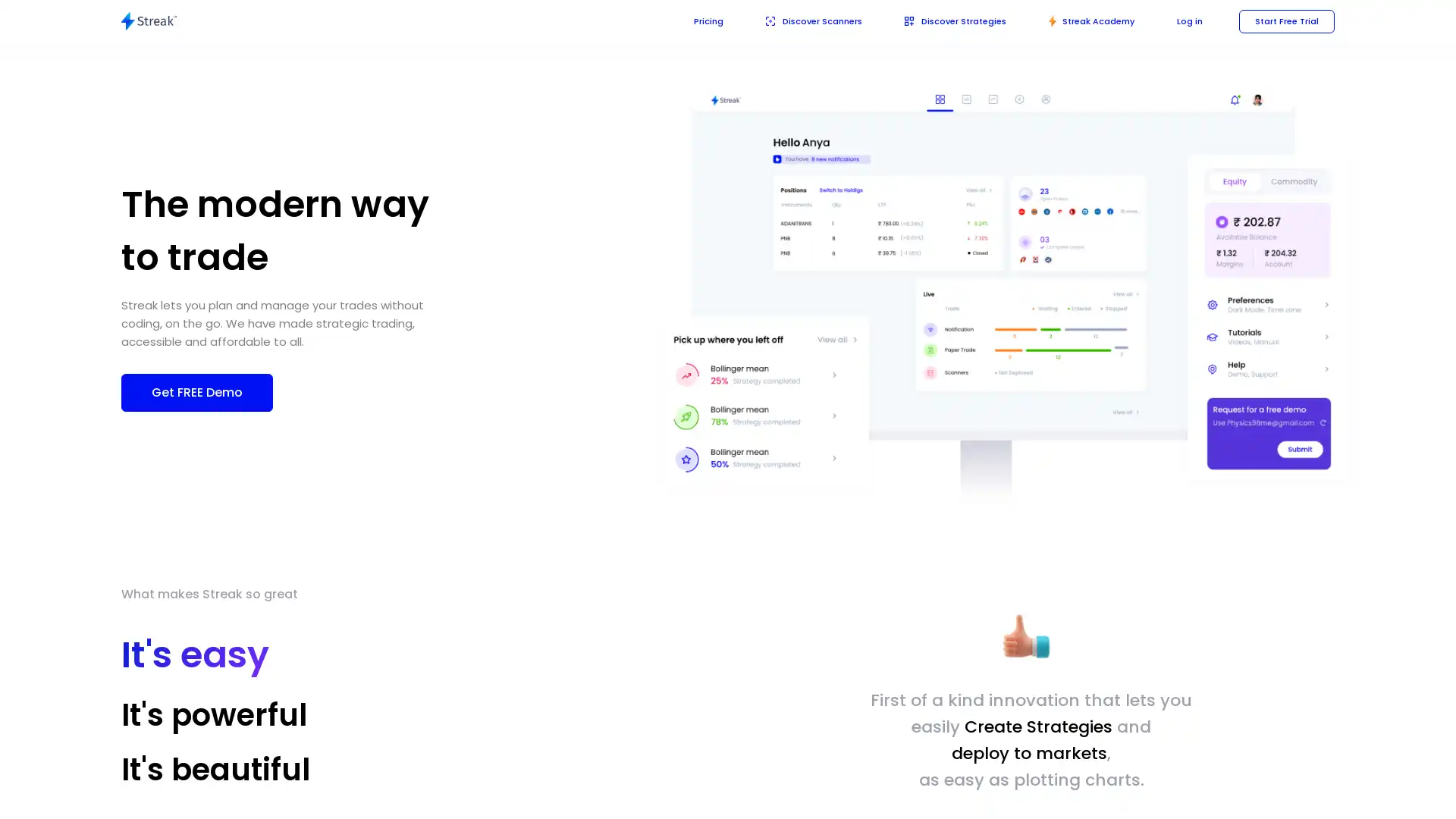 The image size is (1456, 819). What do you see at coordinates (1185, 20) in the screenshot?
I see `Log in` at bounding box center [1185, 20].